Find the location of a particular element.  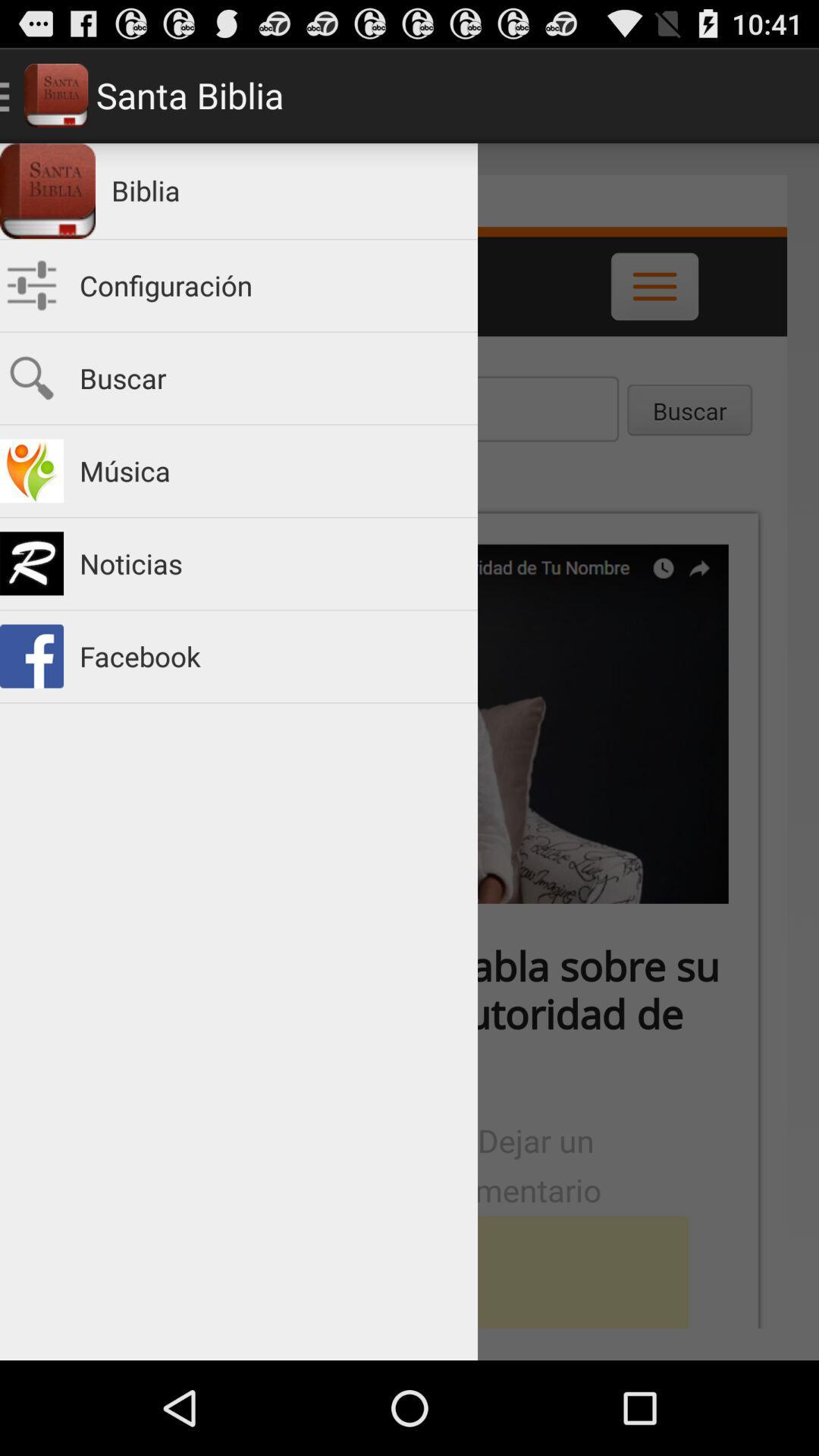

the noticias item is located at coordinates (270, 563).